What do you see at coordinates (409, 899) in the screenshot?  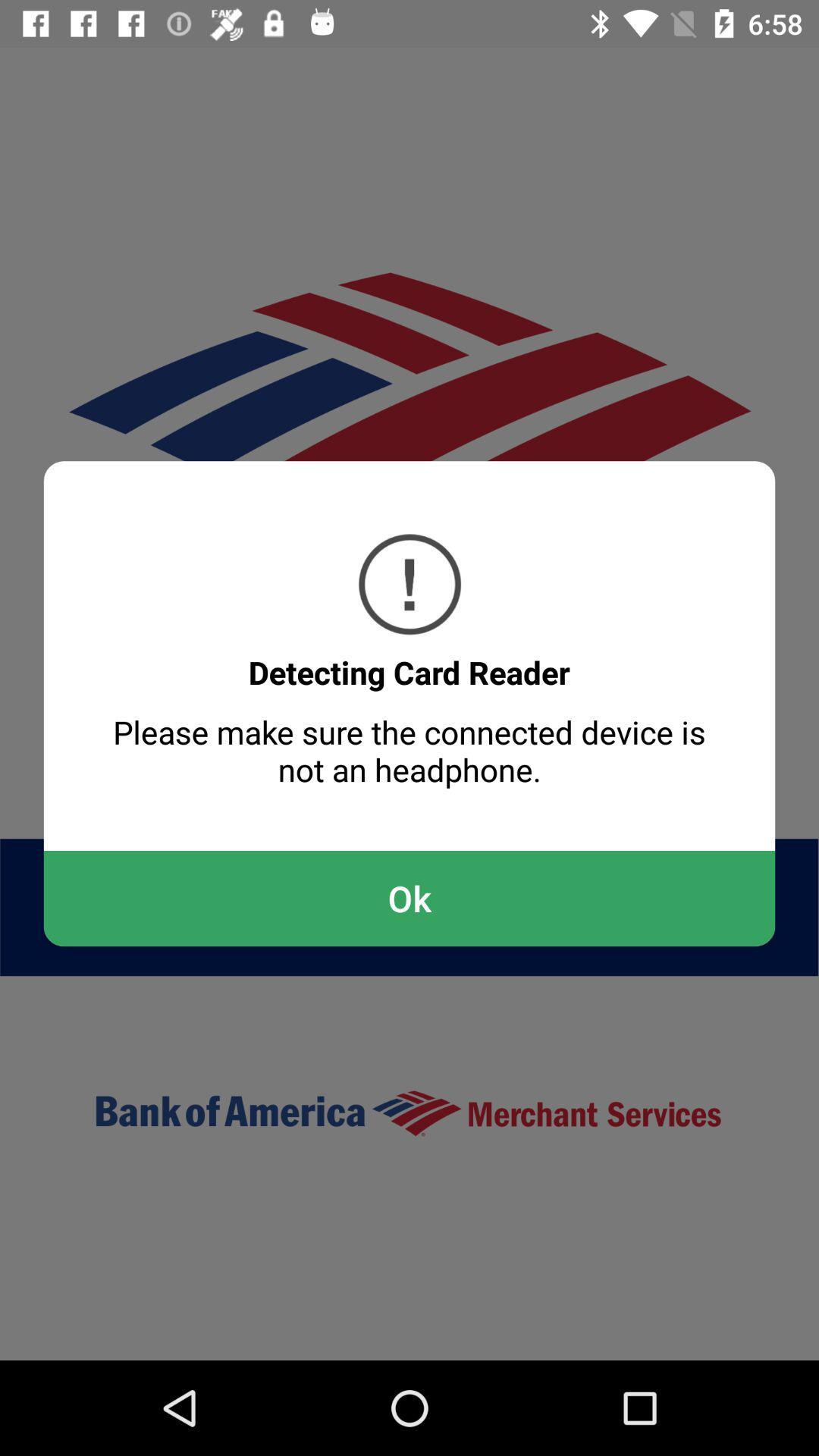 I see `the ok item` at bounding box center [409, 899].